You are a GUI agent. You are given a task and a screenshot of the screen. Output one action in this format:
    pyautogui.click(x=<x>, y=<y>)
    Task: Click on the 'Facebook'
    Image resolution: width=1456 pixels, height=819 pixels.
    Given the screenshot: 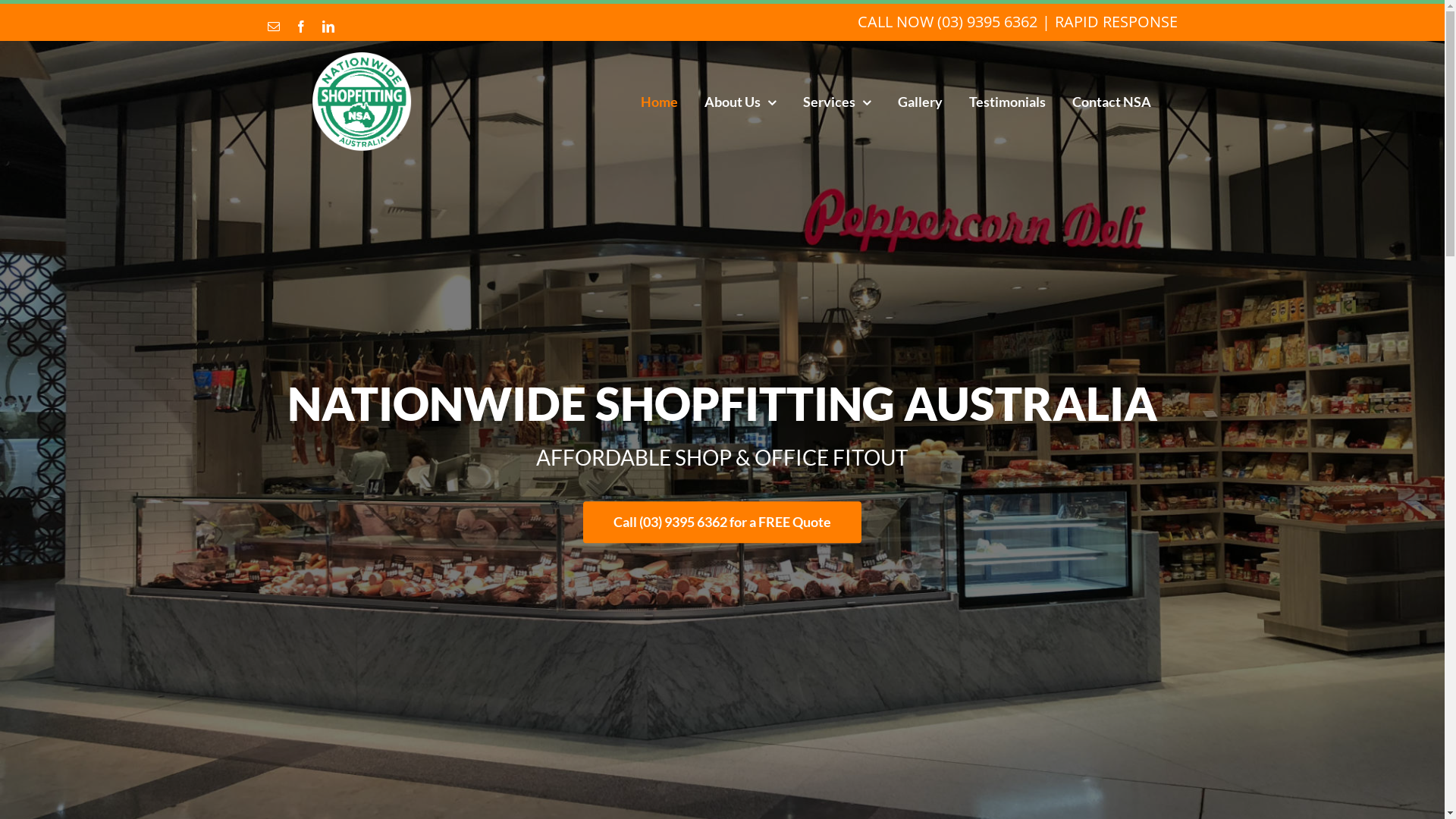 What is the action you would take?
    pyautogui.click(x=300, y=26)
    